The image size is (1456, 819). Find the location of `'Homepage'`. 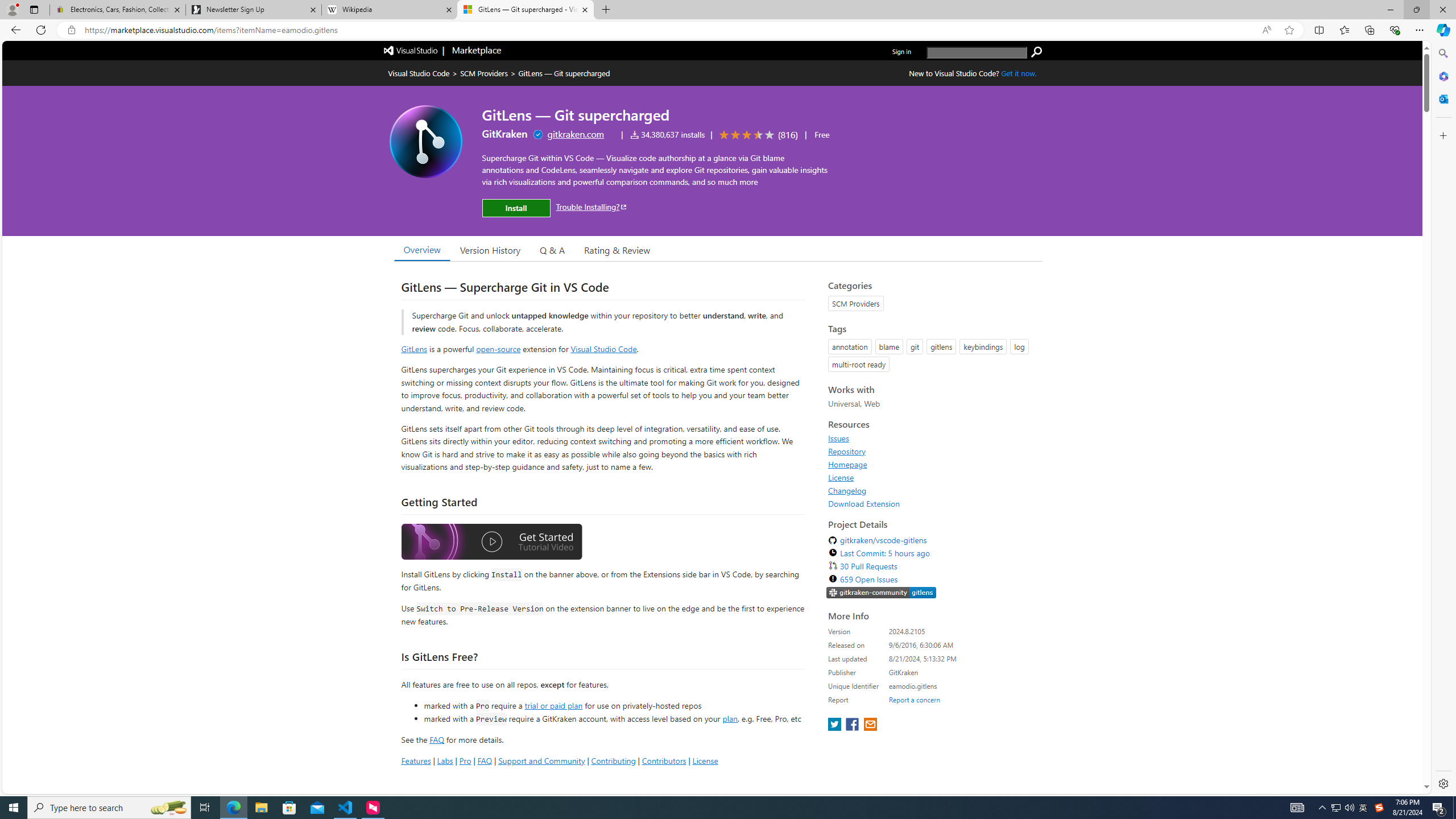

'Homepage' is located at coordinates (848, 464).